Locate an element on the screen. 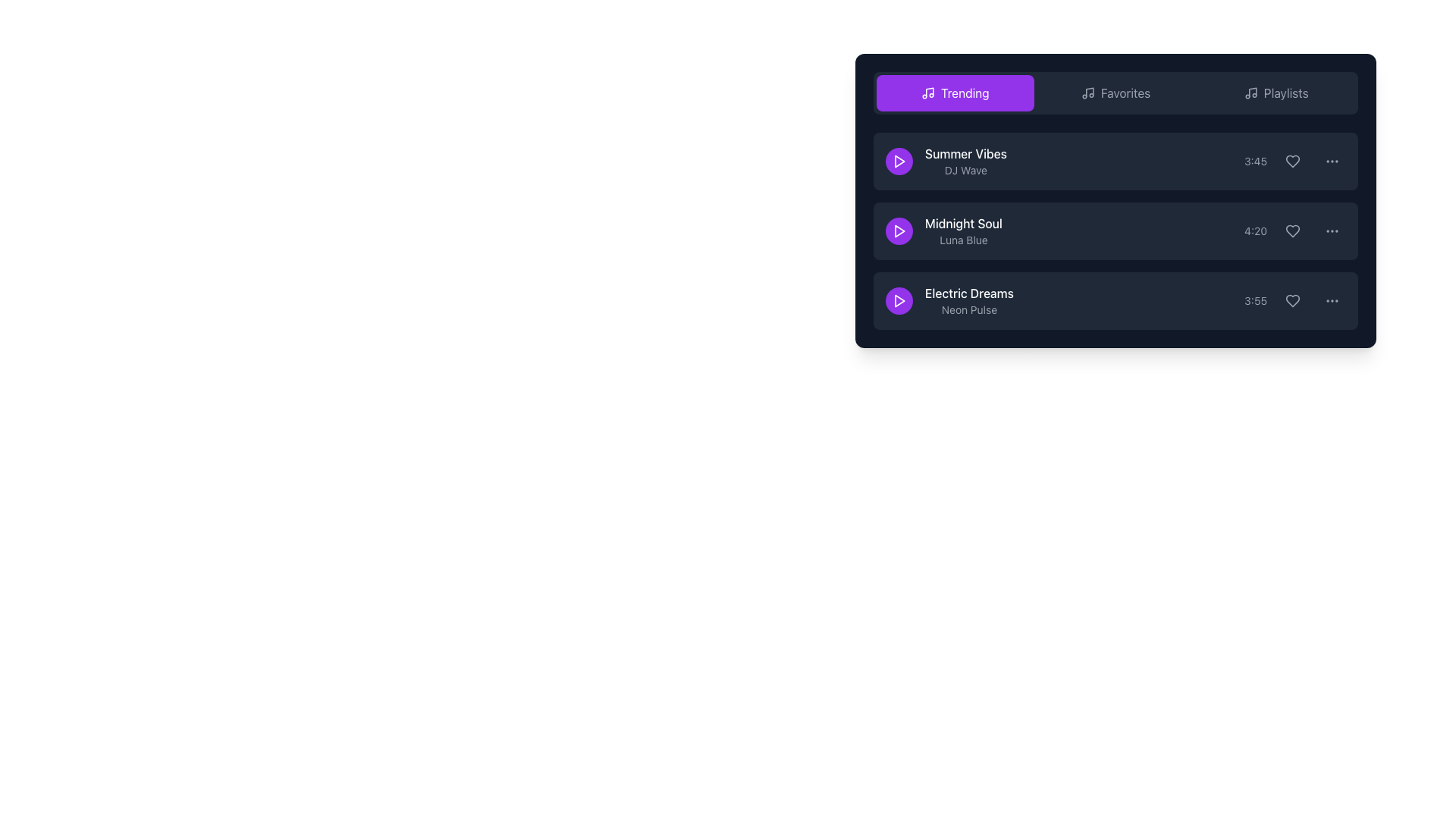  the heart-shaped icon styled as a hollow outline in the 'Midnight Soul' row is located at coordinates (1291, 231).